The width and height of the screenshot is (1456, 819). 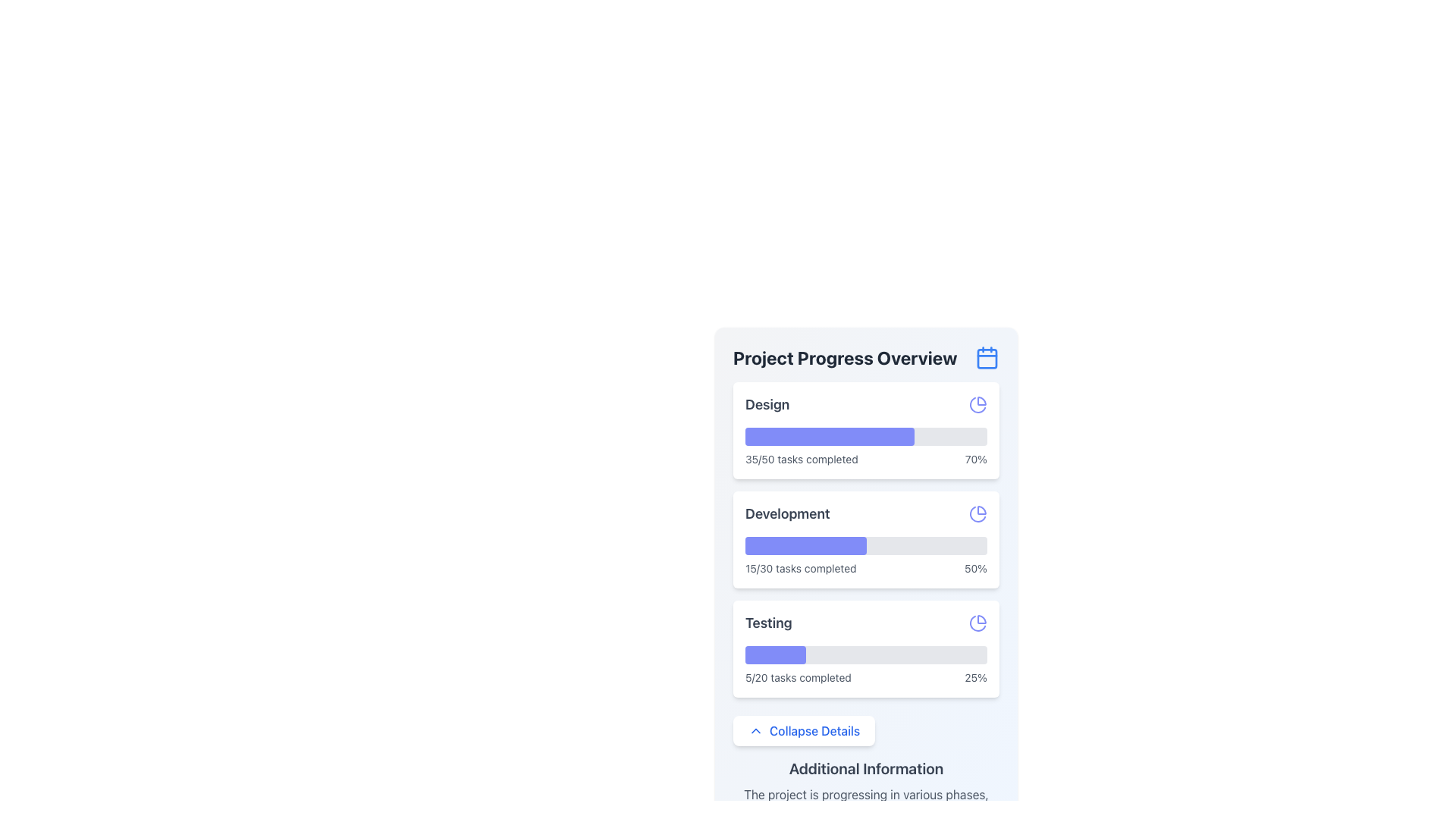 I want to click on the second segment of the pie chart icon located at the top right of the 'Design' card, so click(x=977, y=404).